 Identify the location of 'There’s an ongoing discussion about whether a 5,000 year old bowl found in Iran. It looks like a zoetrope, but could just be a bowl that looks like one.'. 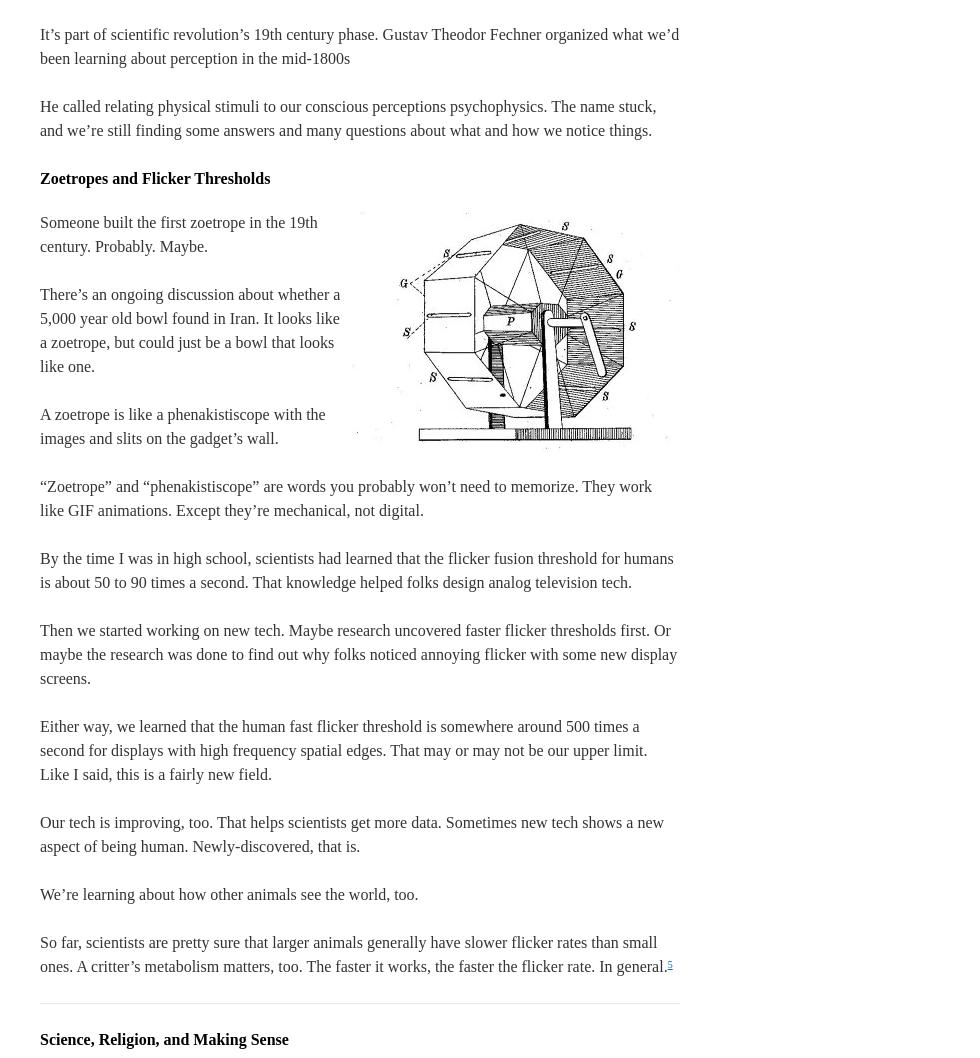
(190, 329).